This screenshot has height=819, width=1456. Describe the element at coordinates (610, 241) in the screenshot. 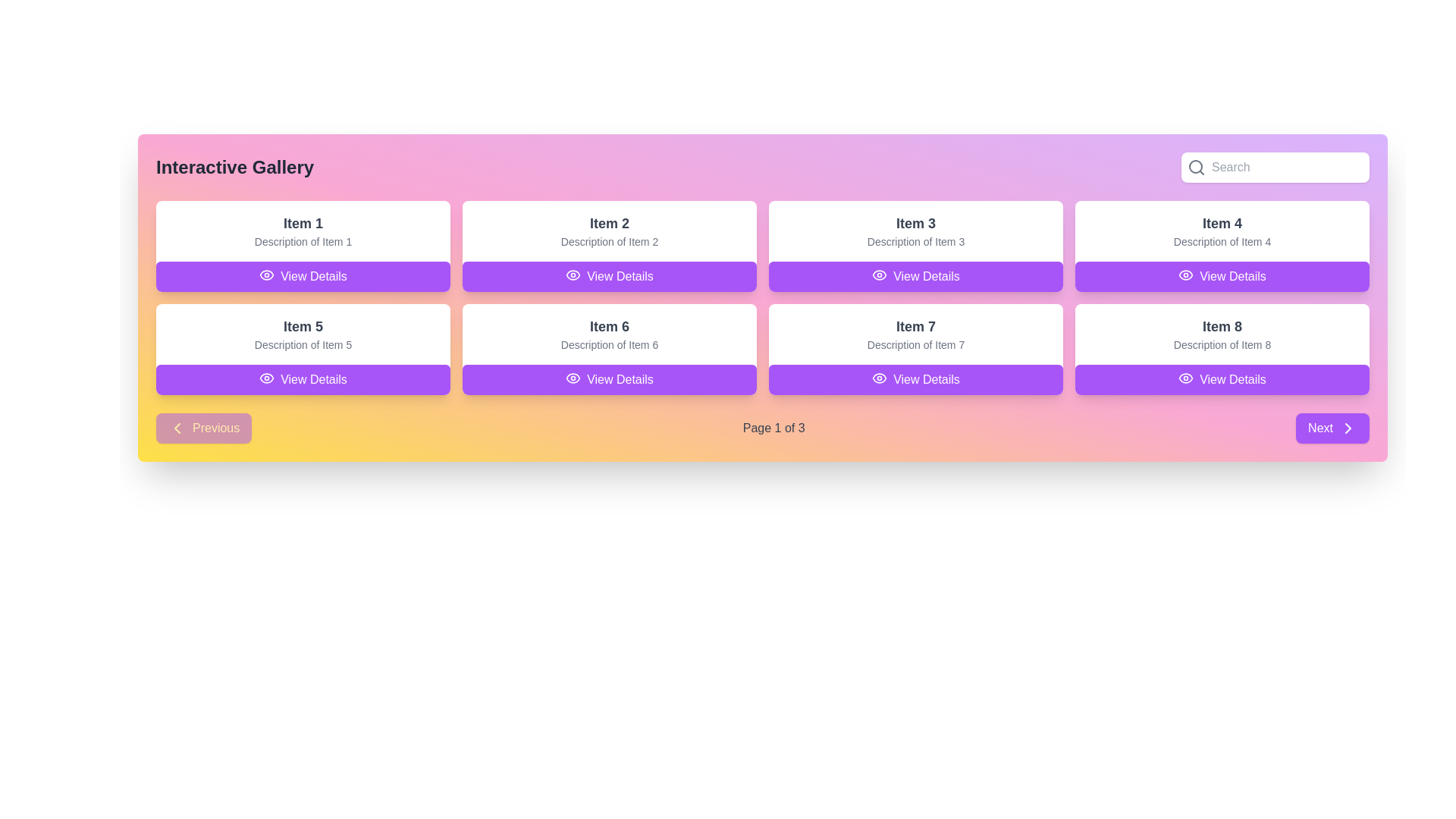

I see `text label that says 'Description of Item 2', which is a small gray font text located directly below the bold text 'Item 2'` at that location.